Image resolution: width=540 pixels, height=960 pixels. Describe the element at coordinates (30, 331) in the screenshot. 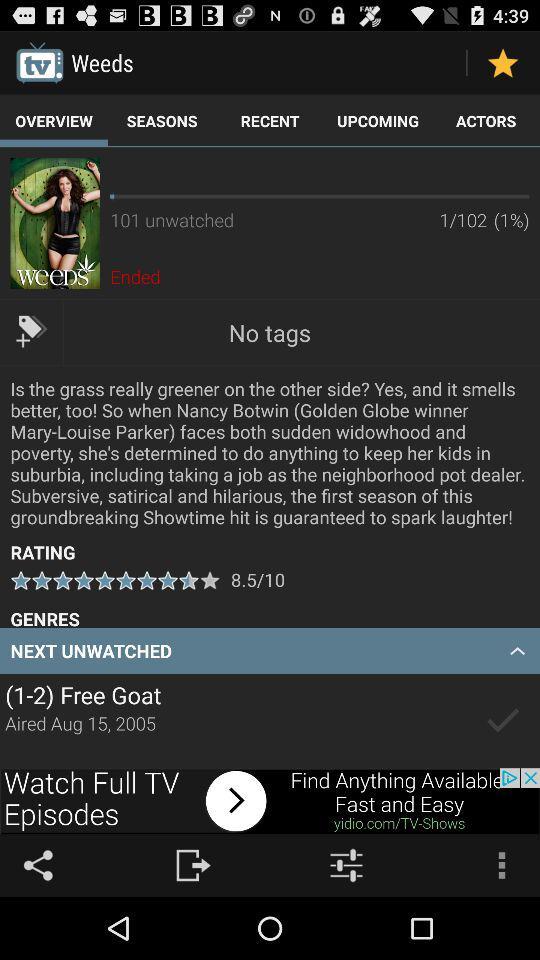

I see `tag` at that location.